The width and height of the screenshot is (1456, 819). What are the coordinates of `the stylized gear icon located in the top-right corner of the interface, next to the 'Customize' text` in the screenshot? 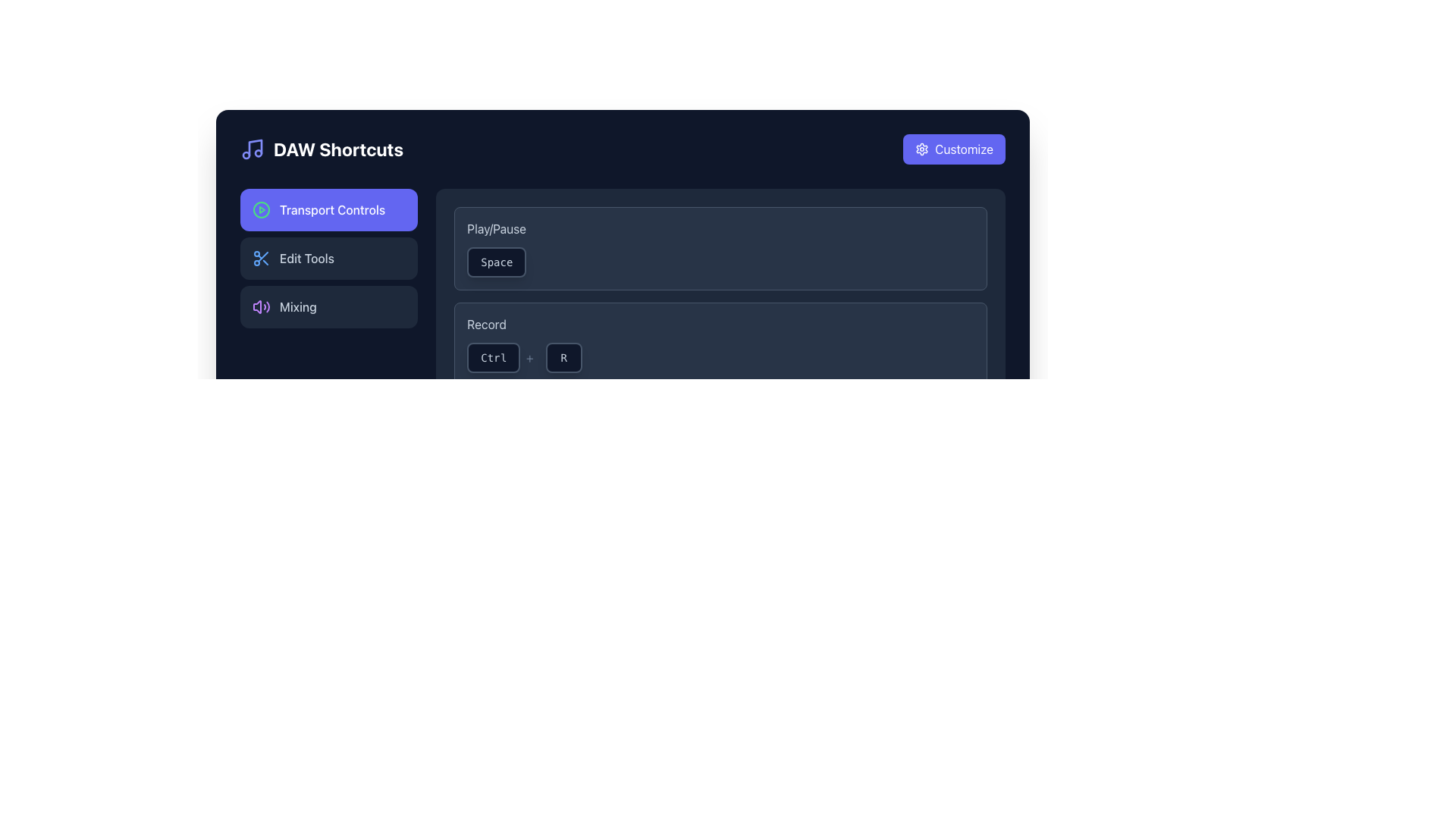 It's located at (921, 149).